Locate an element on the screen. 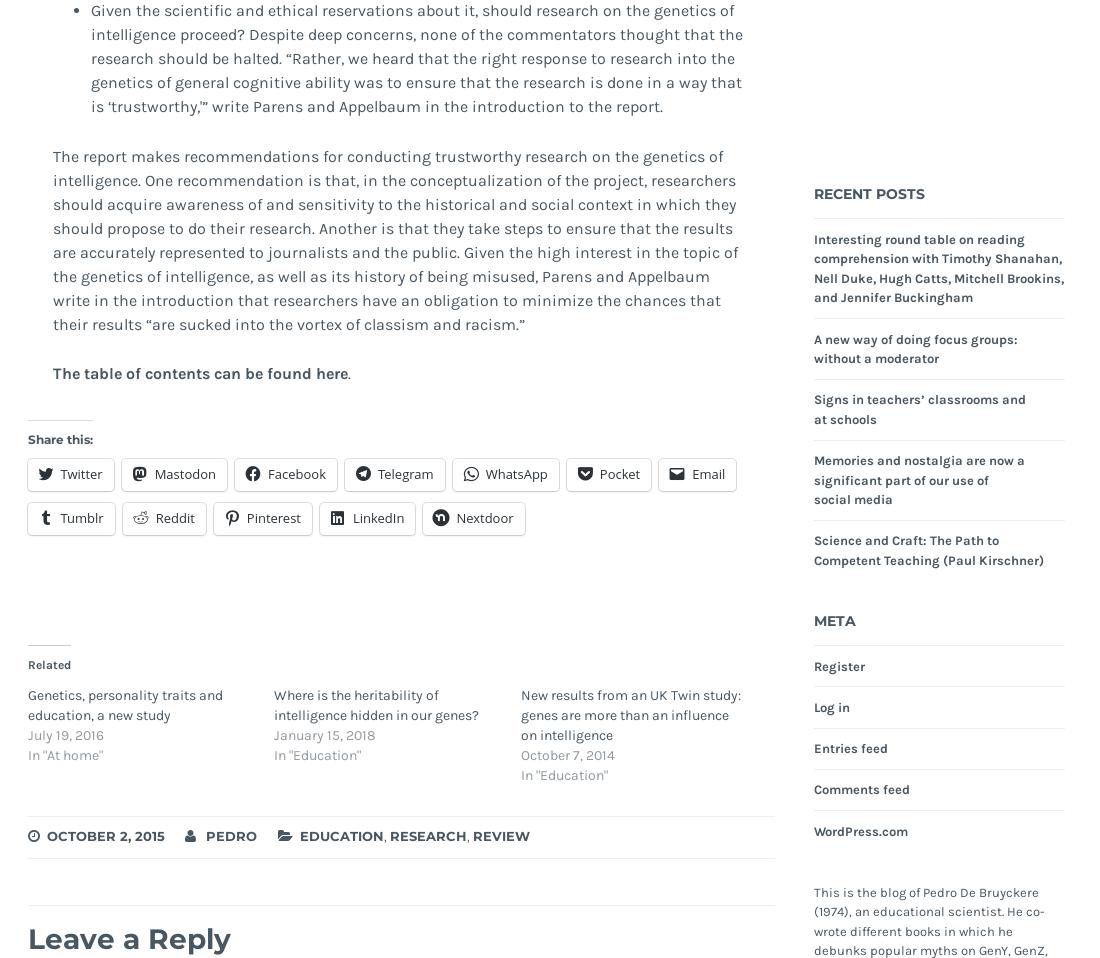 Image resolution: width=1100 pixels, height=958 pixels. 'Recent Posts' is located at coordinates (867, 192).